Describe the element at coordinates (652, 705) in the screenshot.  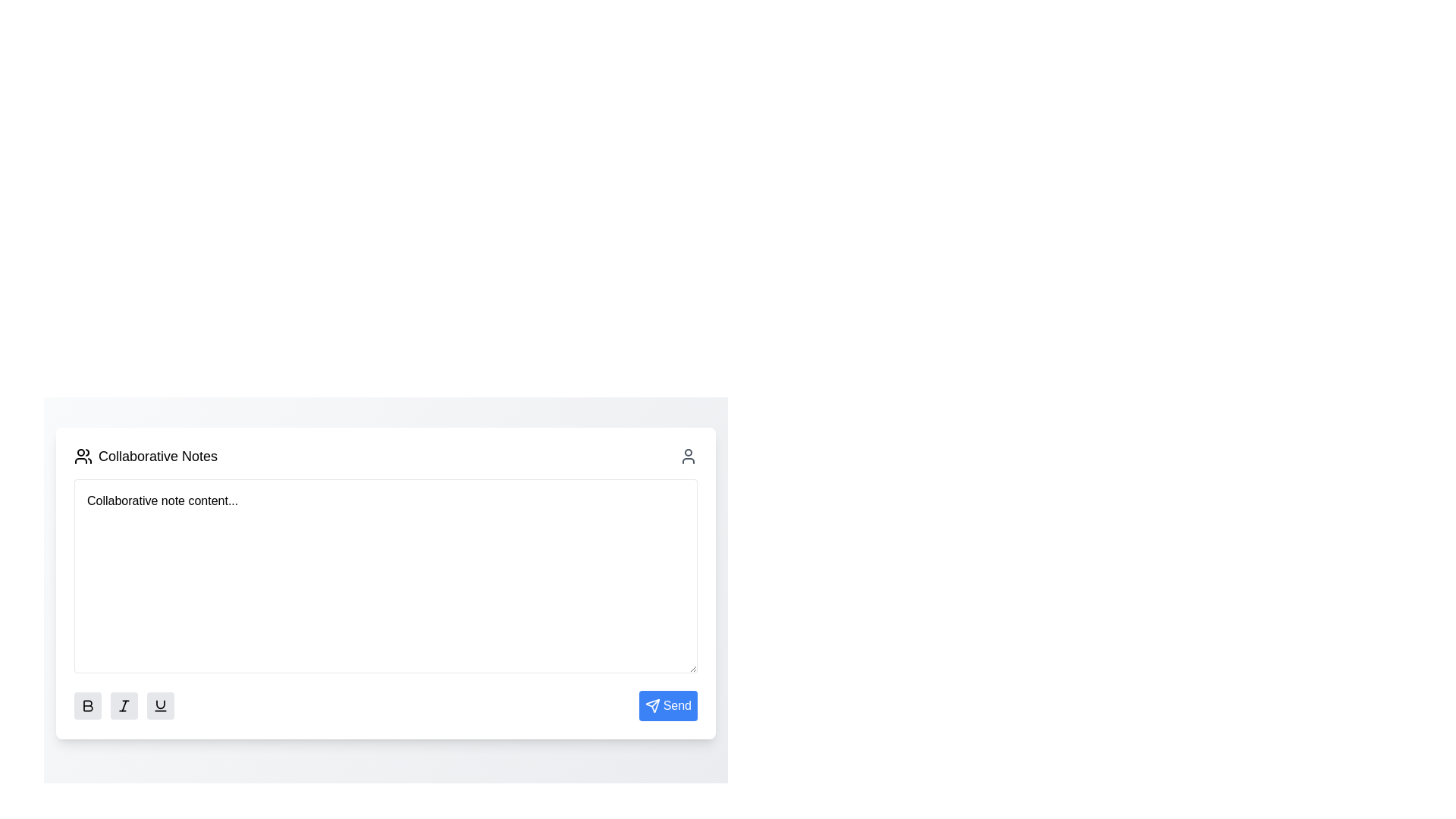
I see `the send icon located at the bottom-right corner of the collaborative note-taking interface` at that location.